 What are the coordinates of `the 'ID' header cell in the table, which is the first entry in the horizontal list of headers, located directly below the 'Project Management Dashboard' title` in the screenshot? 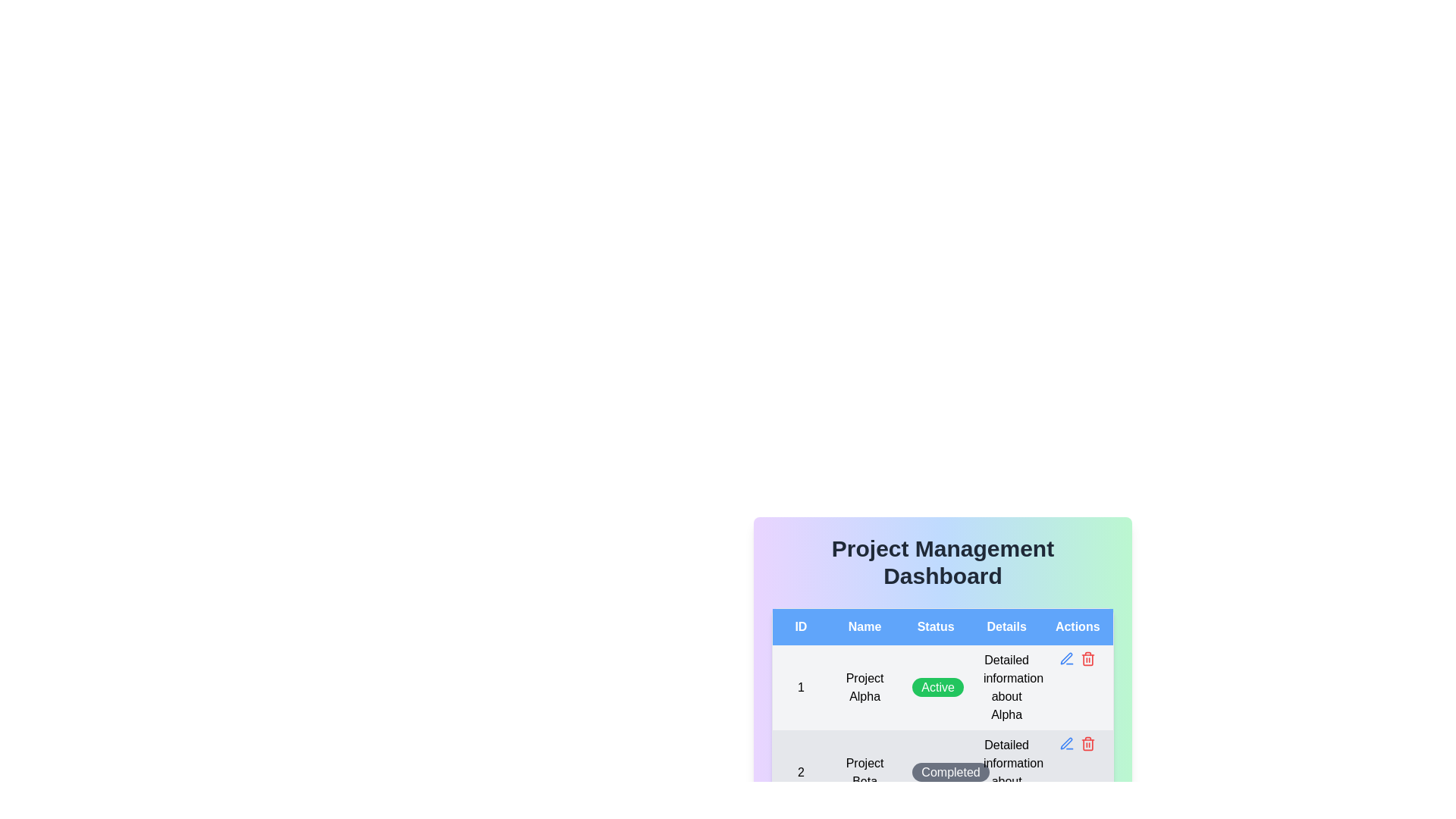 It's located at (800, 626).